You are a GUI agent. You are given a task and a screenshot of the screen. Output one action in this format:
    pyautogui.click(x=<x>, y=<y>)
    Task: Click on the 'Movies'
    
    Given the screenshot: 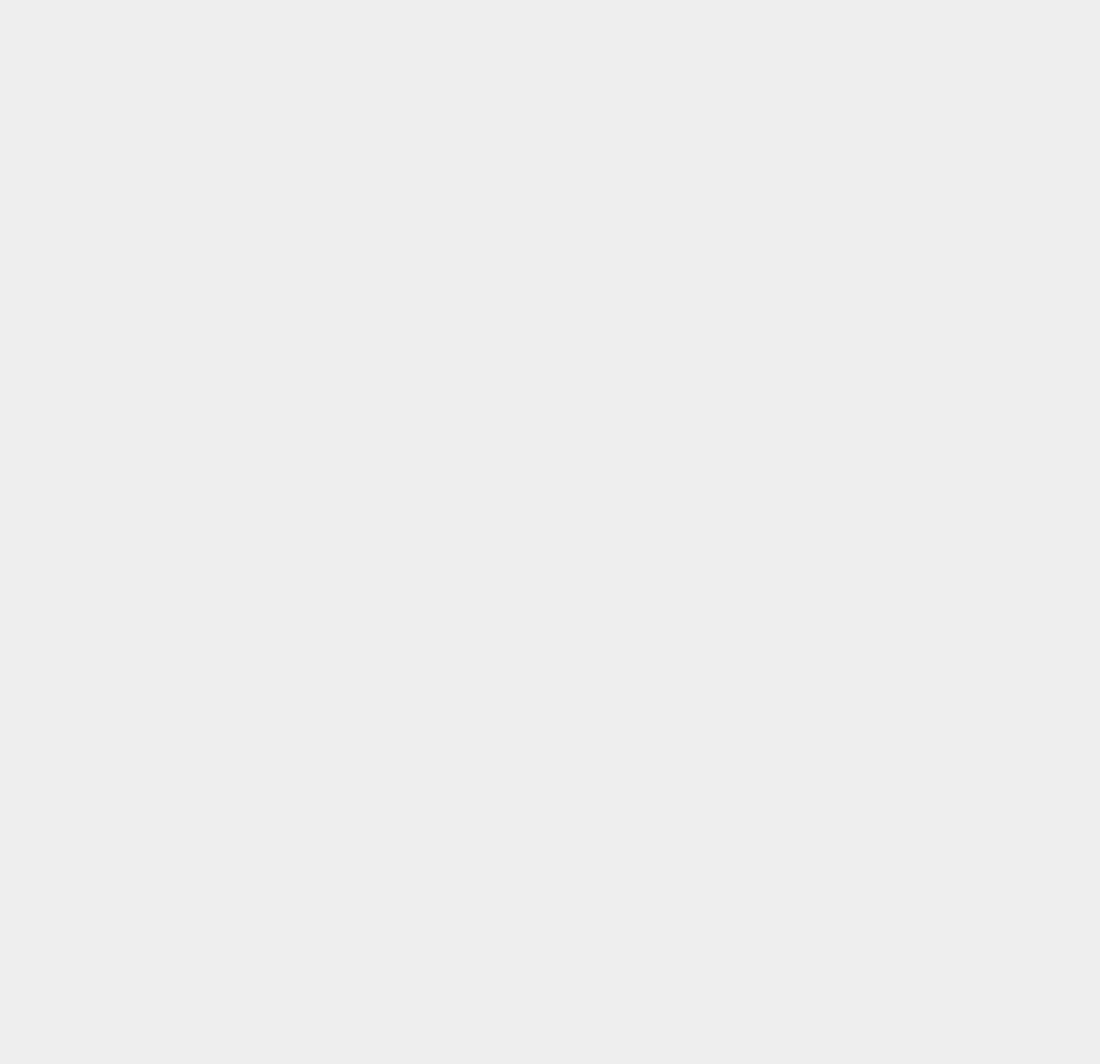 What is the action you would take?
    pyautogui.click(x=778, y=836)
    